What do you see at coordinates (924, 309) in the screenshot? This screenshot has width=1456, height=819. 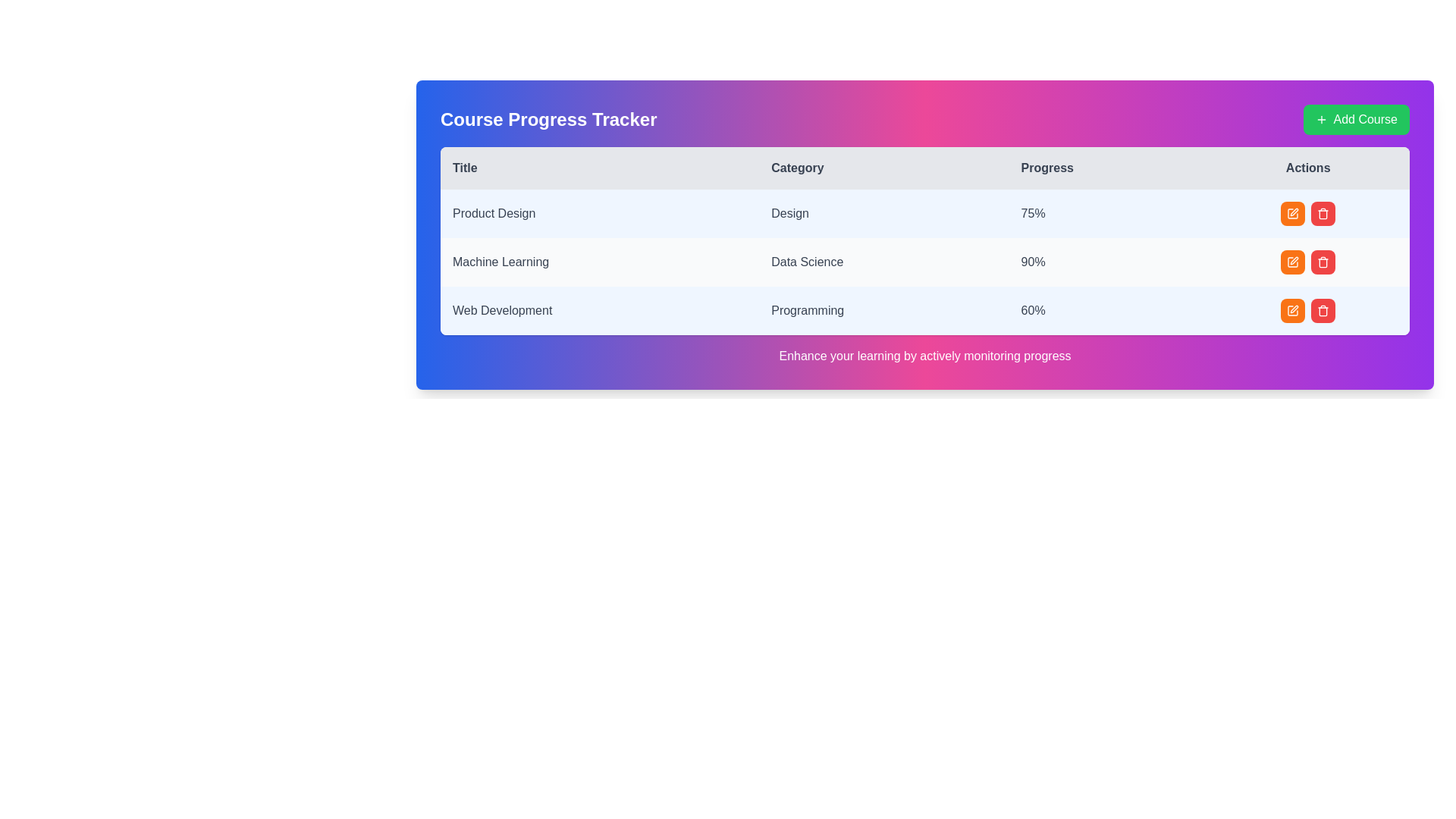 I see `contents of the third row in the course table, which includes the title, category, and progress percentage` at bounding box center [924, 309].